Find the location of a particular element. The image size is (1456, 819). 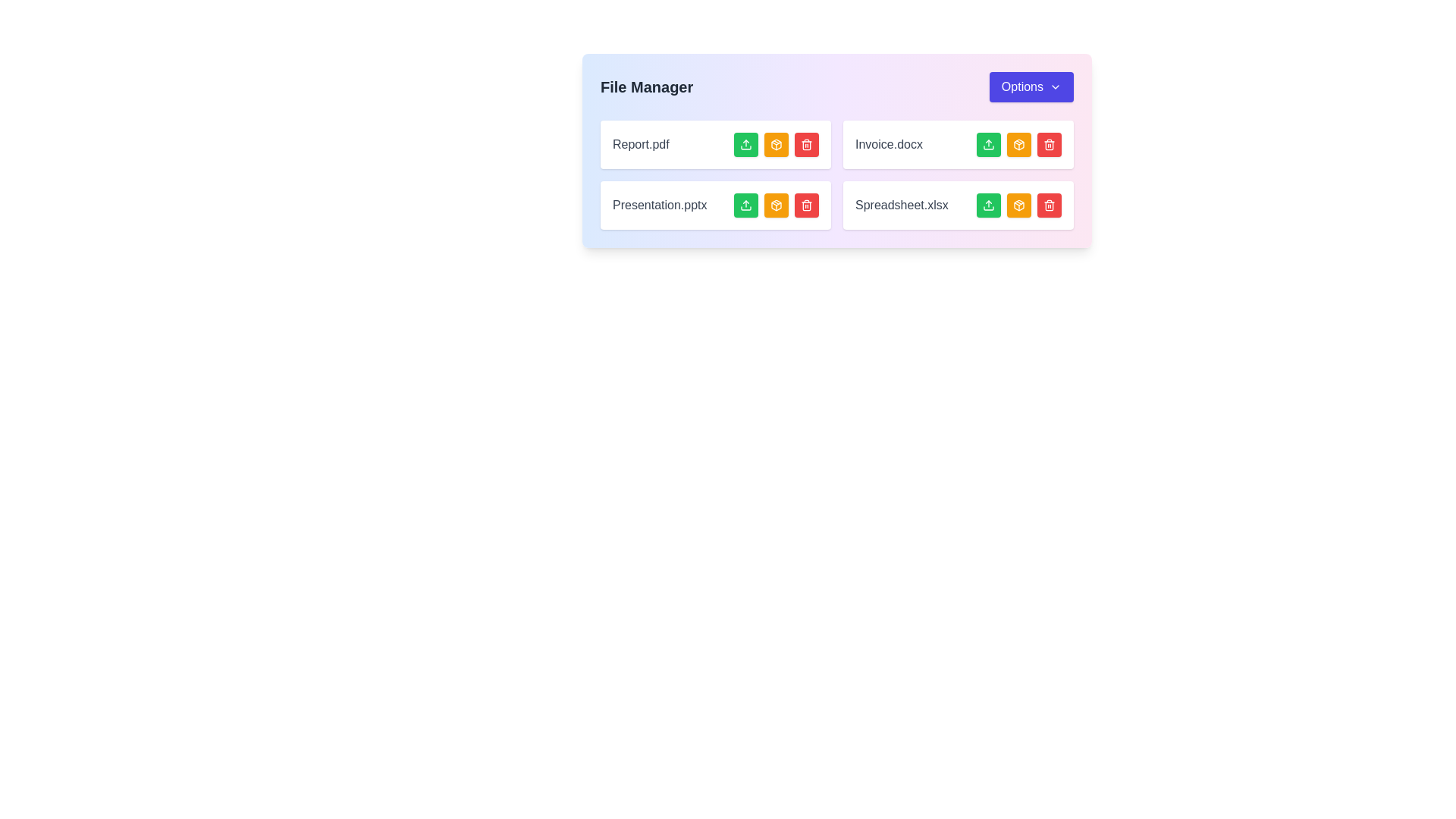

the red delete button with a white trash bin icon located to the right of 'Spreadsheet.xlsx' is located at coordinates (1048, 205).